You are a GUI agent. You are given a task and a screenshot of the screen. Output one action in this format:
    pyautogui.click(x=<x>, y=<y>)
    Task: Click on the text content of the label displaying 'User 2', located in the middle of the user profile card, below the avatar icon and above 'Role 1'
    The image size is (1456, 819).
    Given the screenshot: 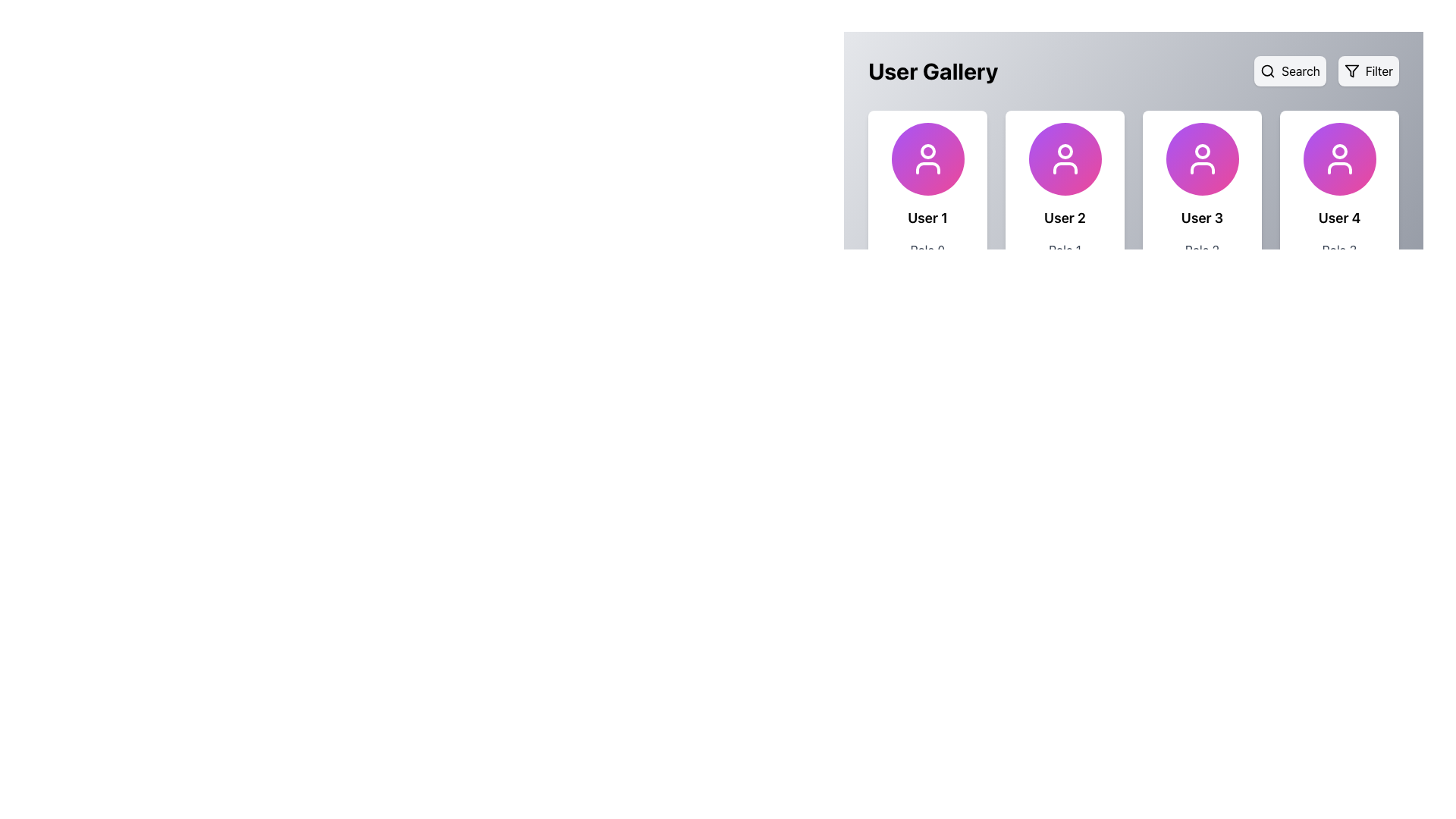 What is the action you would take?
    pyautogui.click(x=1064, y=218)
    